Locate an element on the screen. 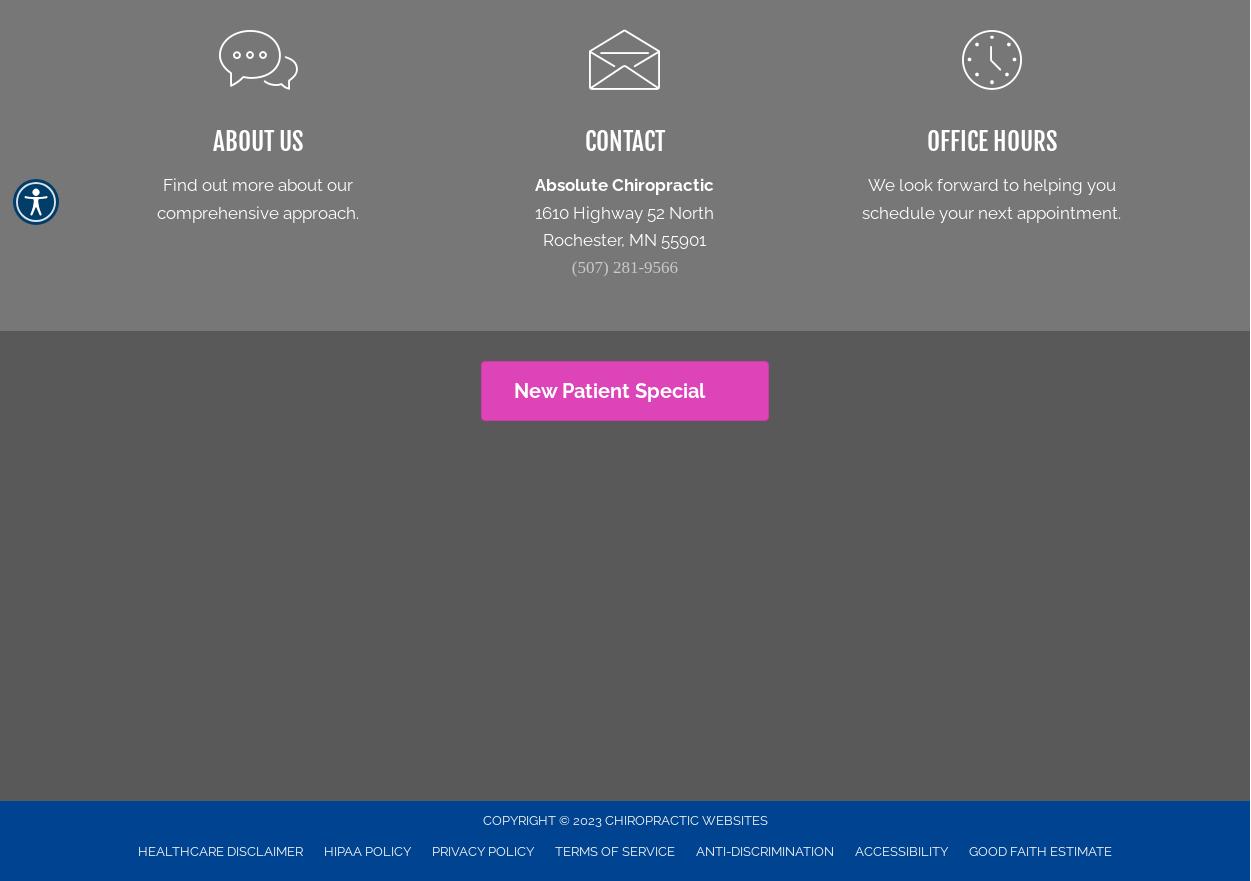  'comprehensive approach.' is located at coordinates (157, 210).